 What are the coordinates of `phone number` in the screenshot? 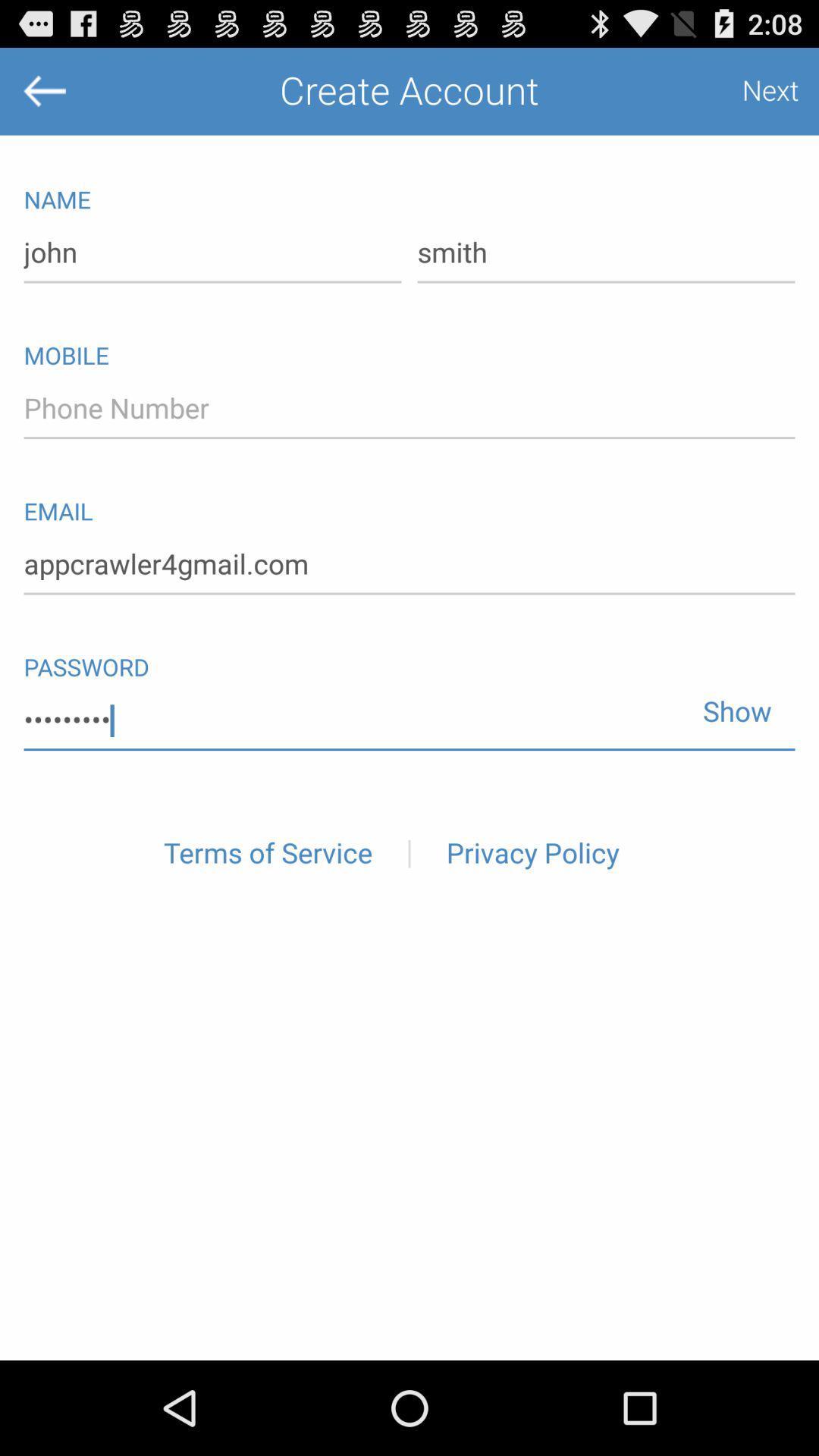 It's located at (409, 409).